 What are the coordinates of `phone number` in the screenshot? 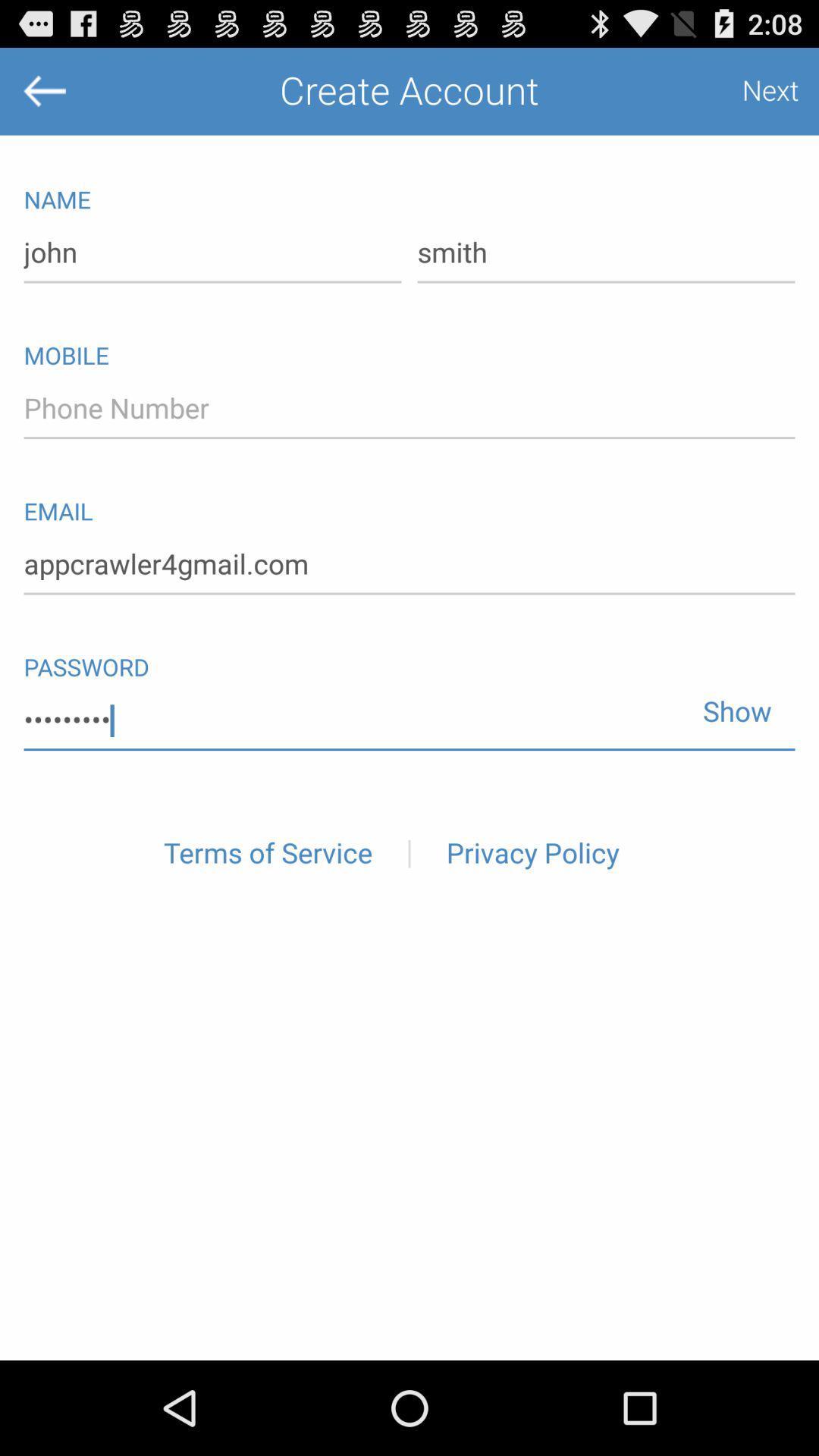 It's located at (409, 409).